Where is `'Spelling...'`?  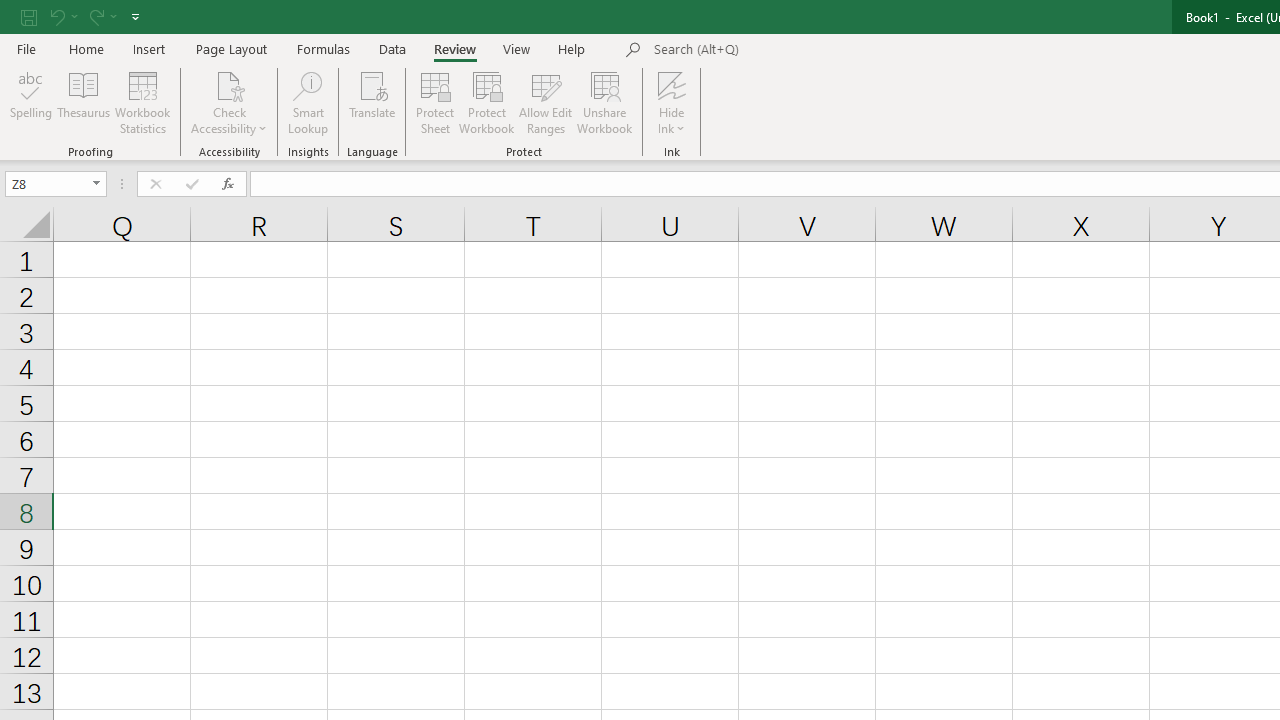
'Spelling...' is located at coordinates (31, 103).